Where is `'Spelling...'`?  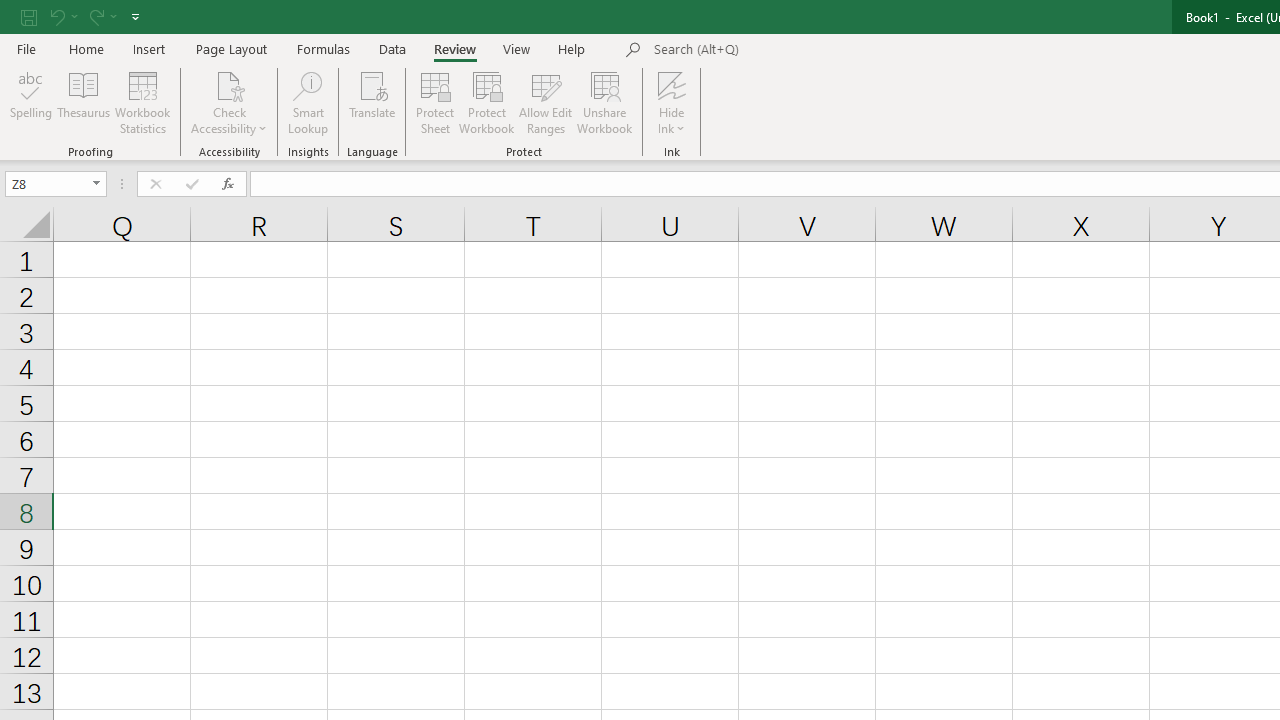
'Spelling...' is located at coordinates (31, 103).